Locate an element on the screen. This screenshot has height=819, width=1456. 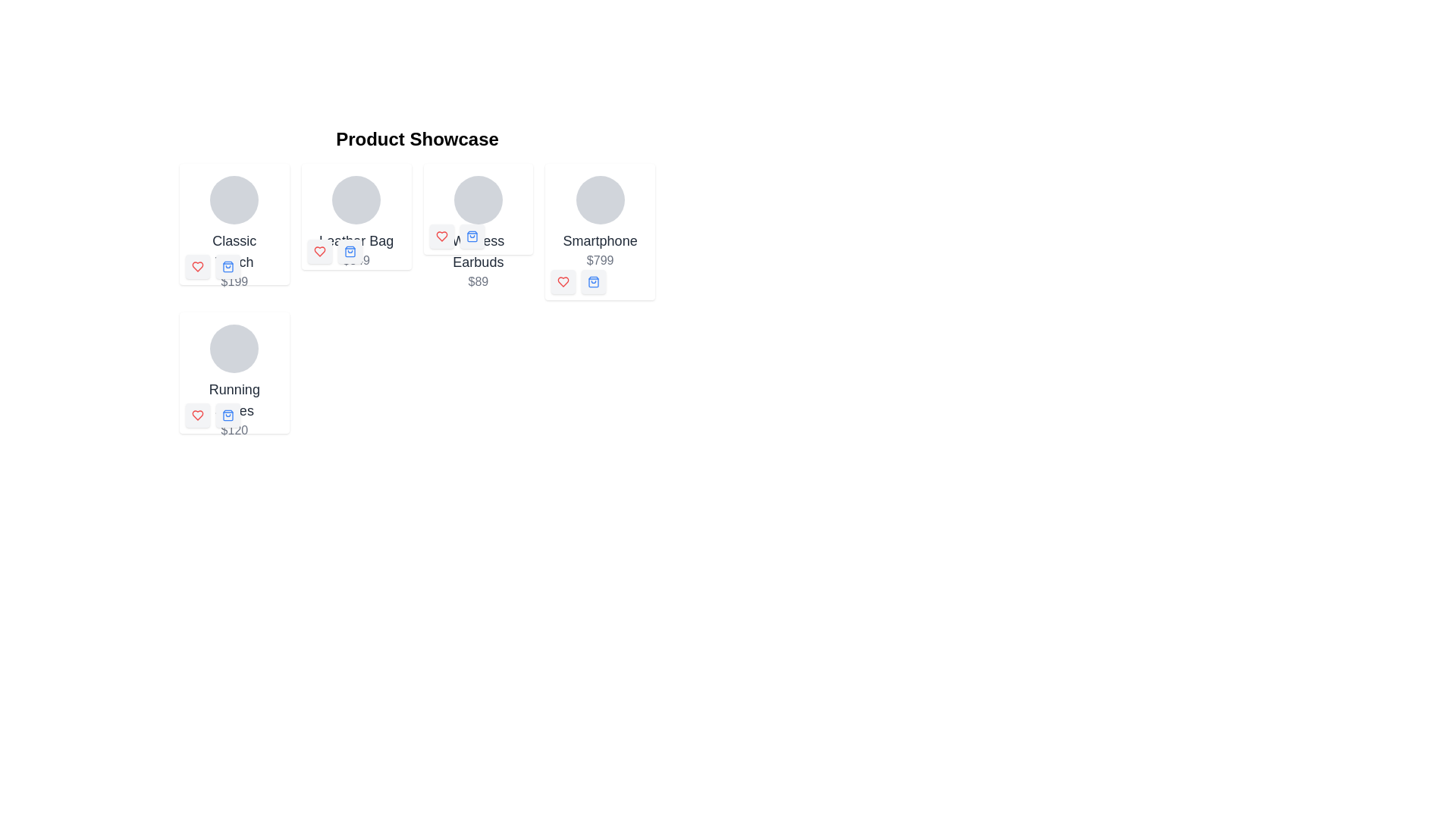
the gray rectangular button with rounded corners containing a blue shopping bag icon, located at the bottom left corner of the 'Running Shoes' product card is located at coordinates (227, 415).